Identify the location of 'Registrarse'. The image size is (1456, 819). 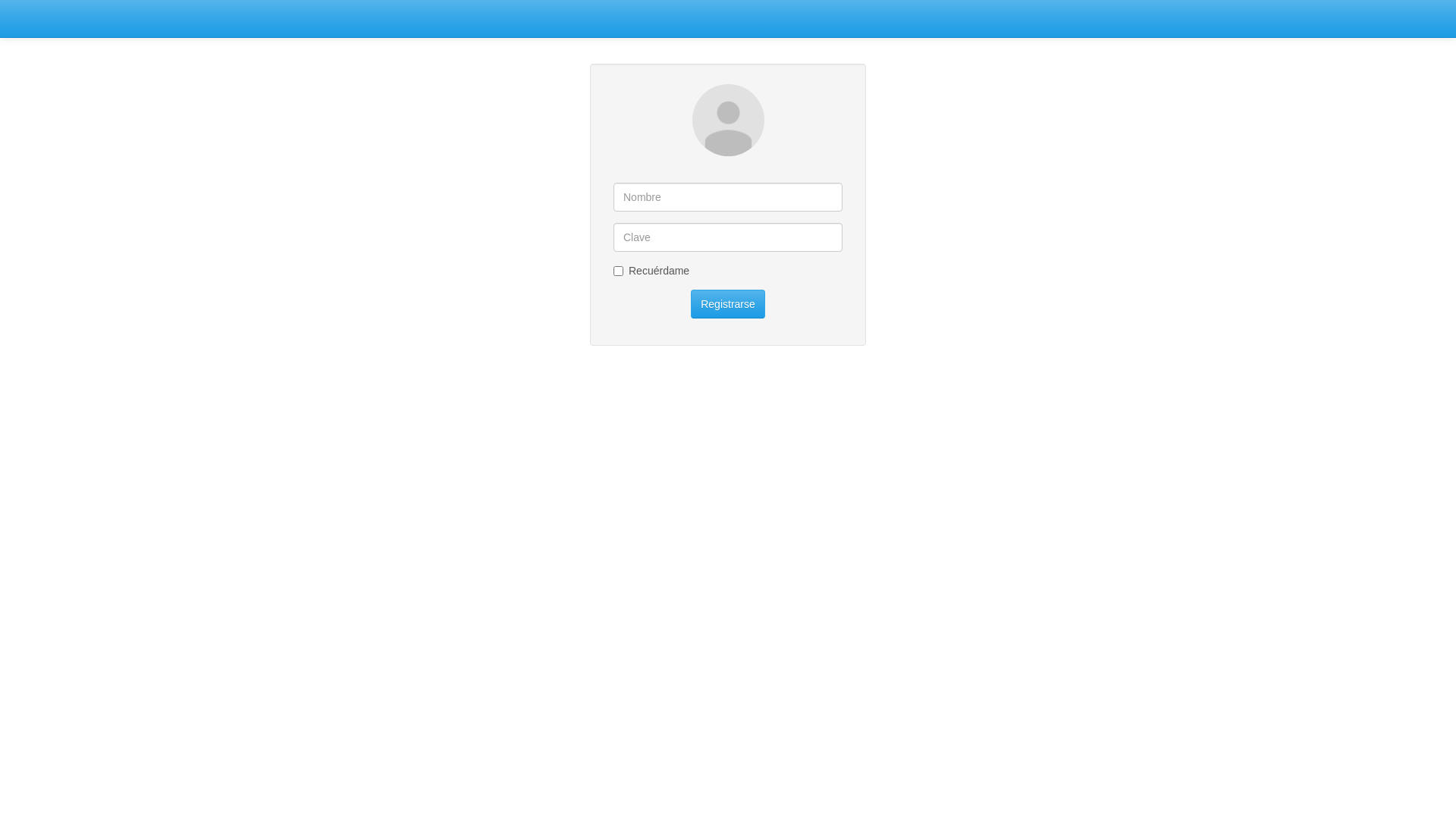
(728, 304).